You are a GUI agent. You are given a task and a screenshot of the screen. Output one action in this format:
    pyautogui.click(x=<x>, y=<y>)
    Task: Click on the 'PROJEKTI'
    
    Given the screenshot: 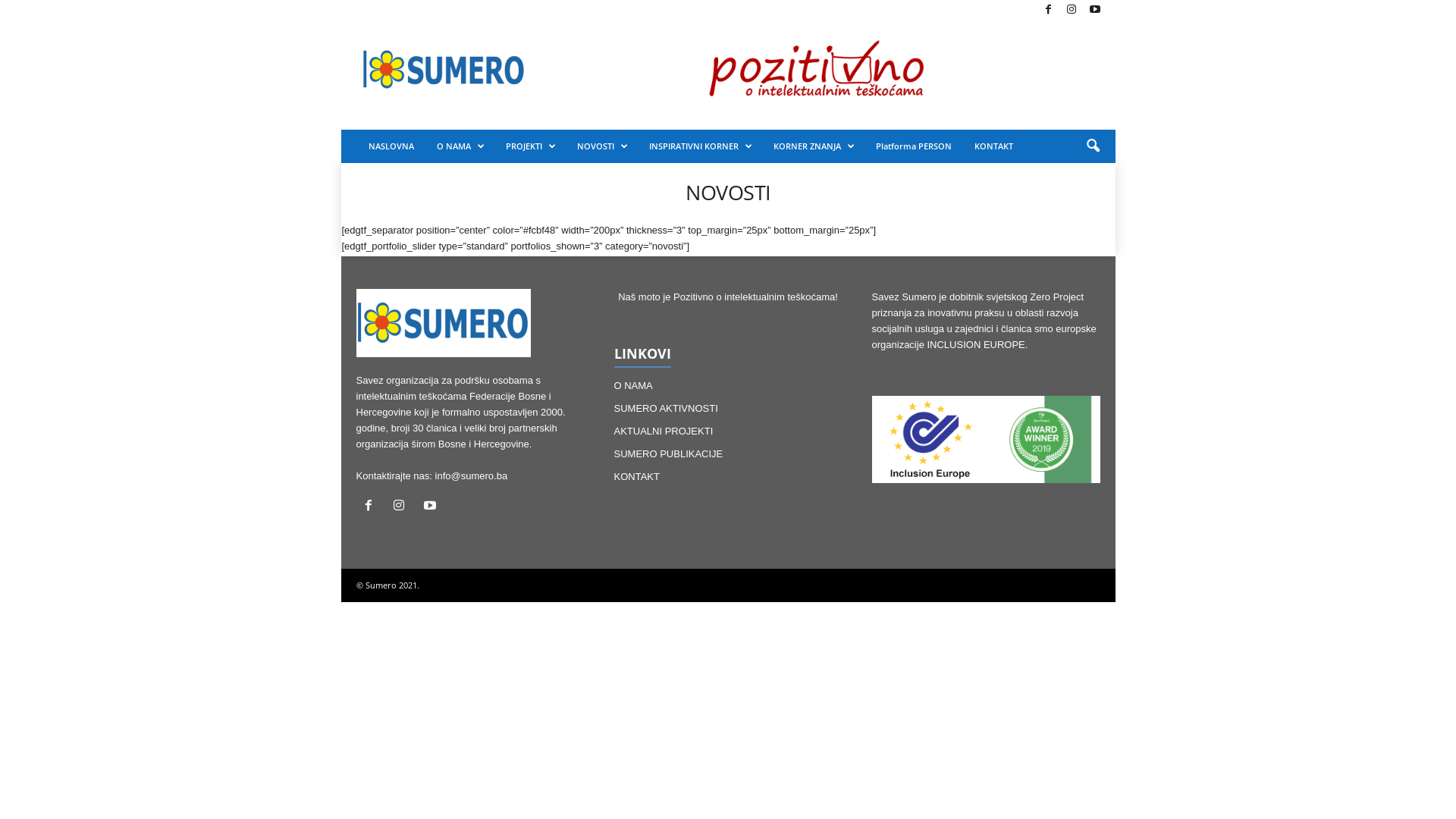 What is the action you would take?
    pyautogui.click(x=530, y=146)
    